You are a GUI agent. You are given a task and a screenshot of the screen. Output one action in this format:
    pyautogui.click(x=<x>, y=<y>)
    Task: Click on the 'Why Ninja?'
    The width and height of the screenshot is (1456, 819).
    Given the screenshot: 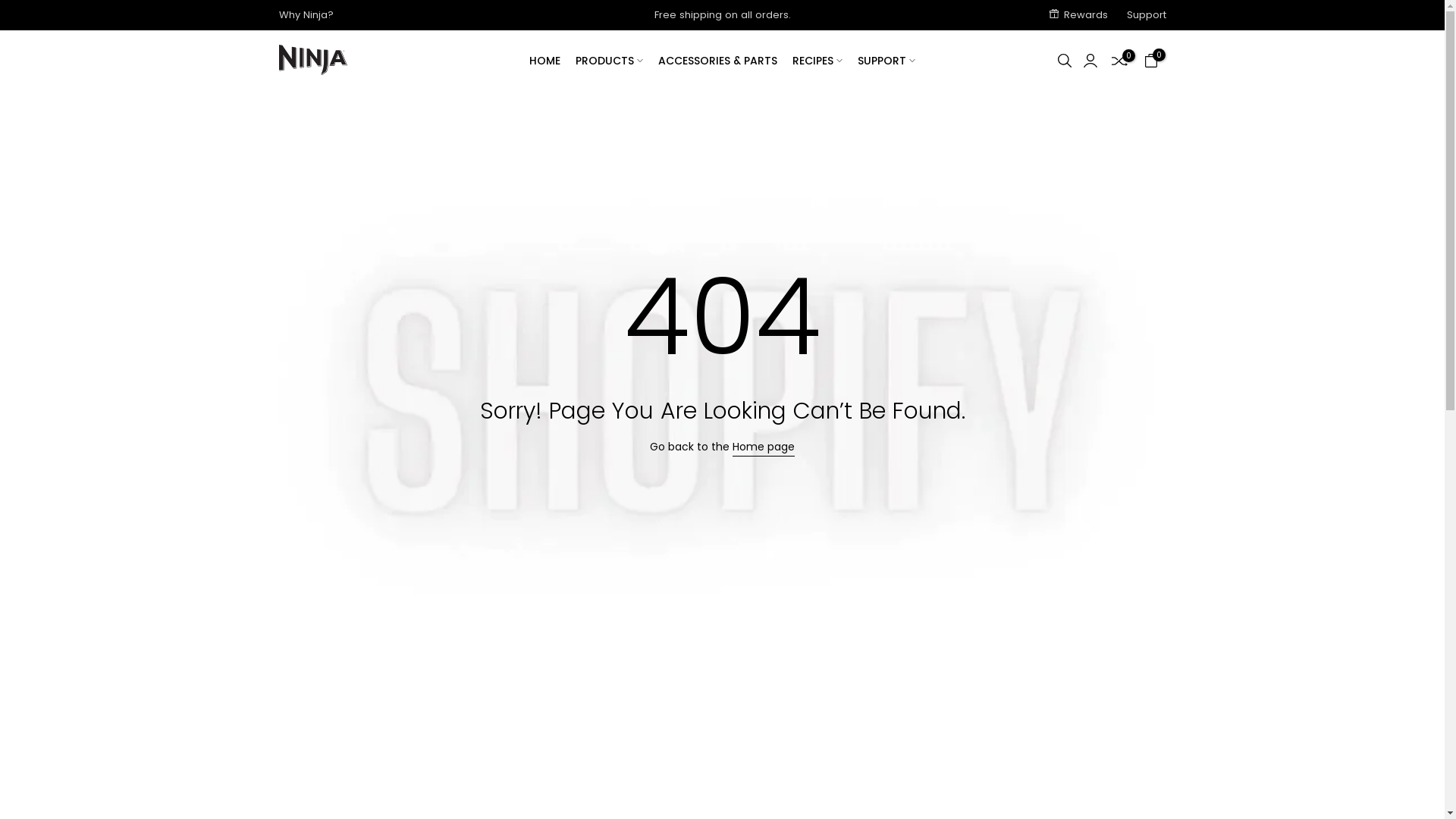 What is the action you would take?
    pyautogui.click(x=305, y=14)
    